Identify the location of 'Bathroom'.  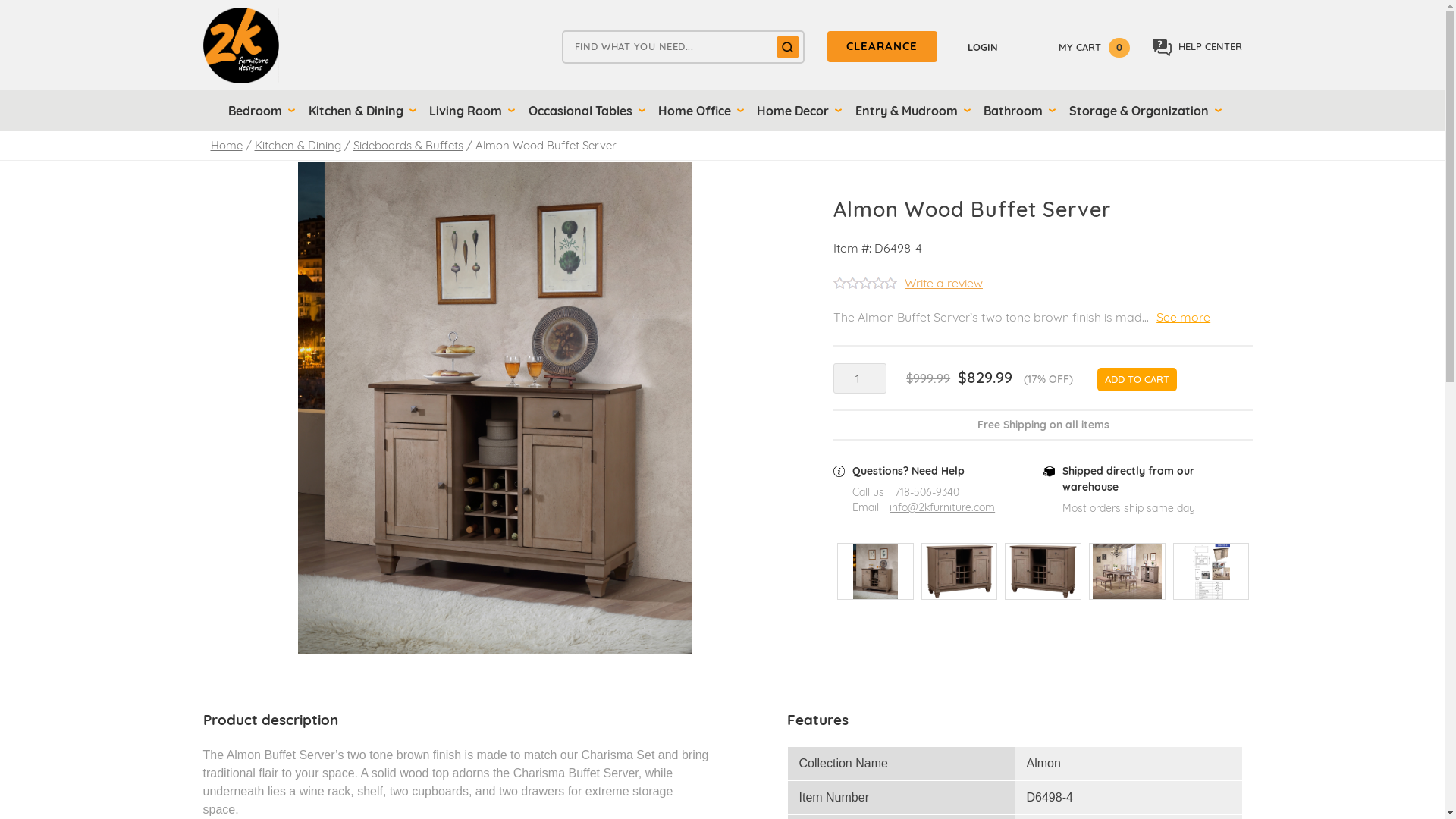
(1016, 110).